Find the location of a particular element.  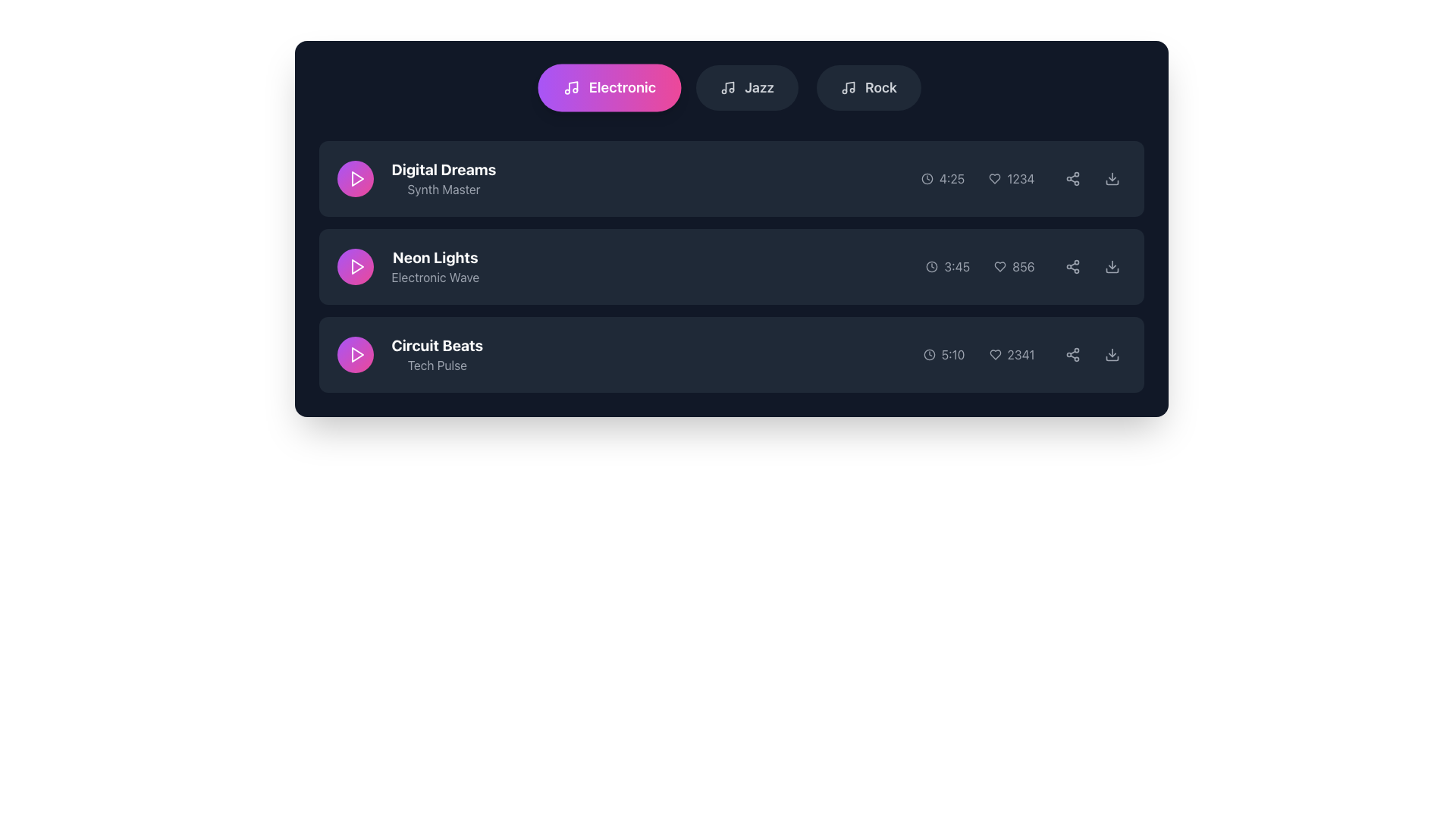

the share button located in the lower-right corner of the row for the track 'Circuit Beats' in the music player interface is located at coordinates (1072, 354).